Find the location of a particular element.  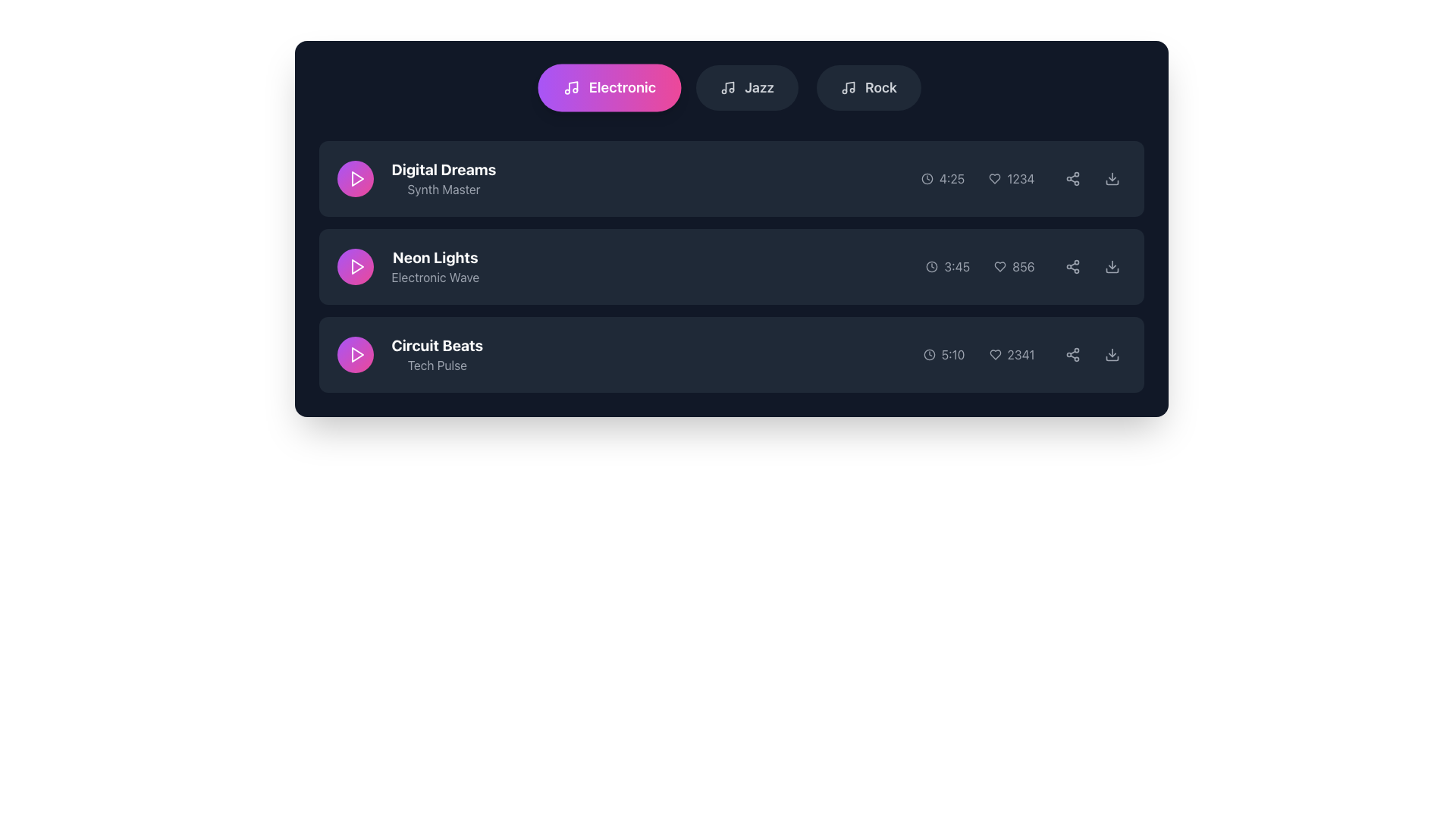

the share button located in the lower-right corner of the row for the track 'Circuit Beats' in the music player interface is located at coordinates (1072, 354).